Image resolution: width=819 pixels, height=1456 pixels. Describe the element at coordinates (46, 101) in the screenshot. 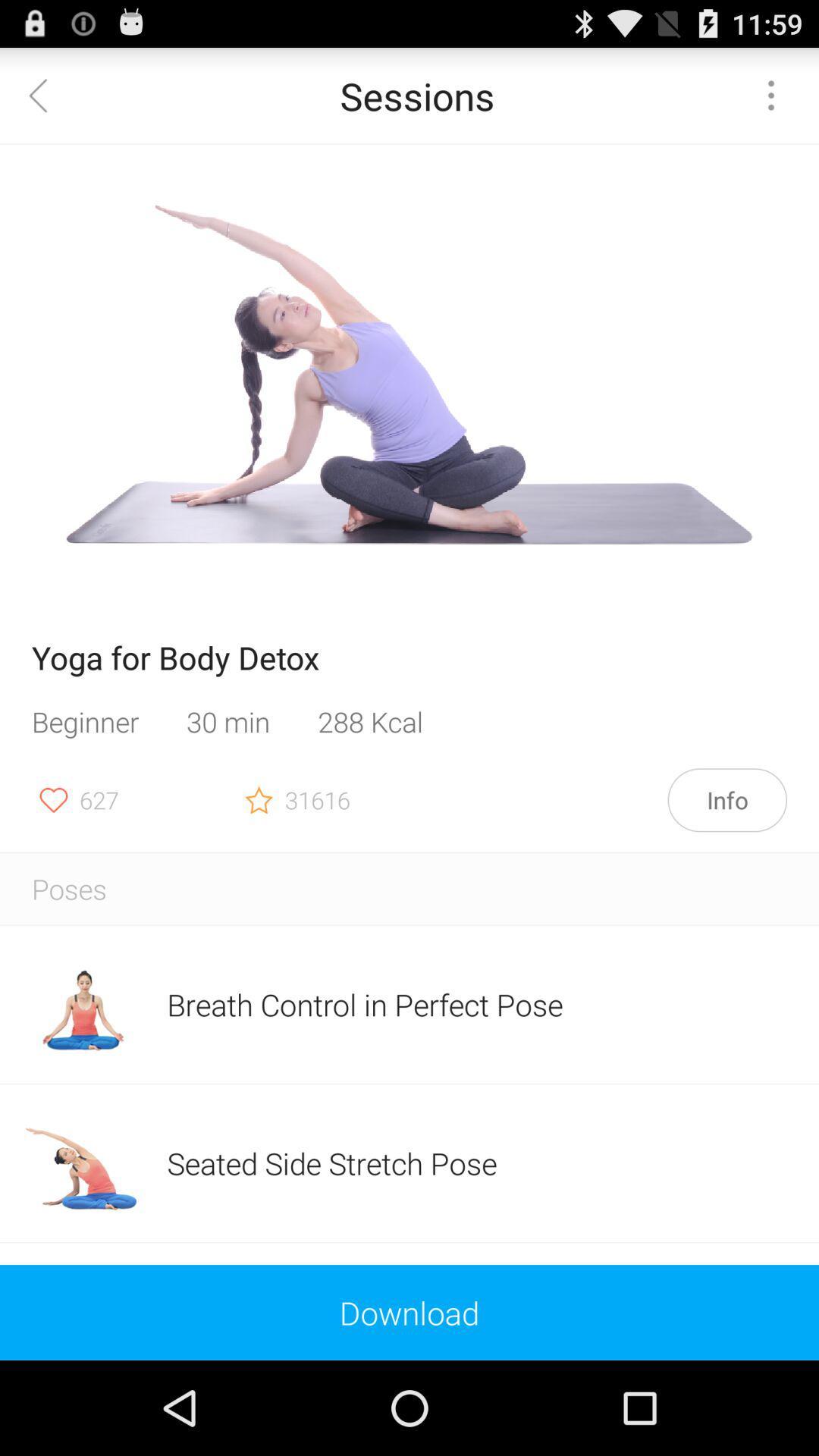

I see `the arrow_backward icon` at that location.